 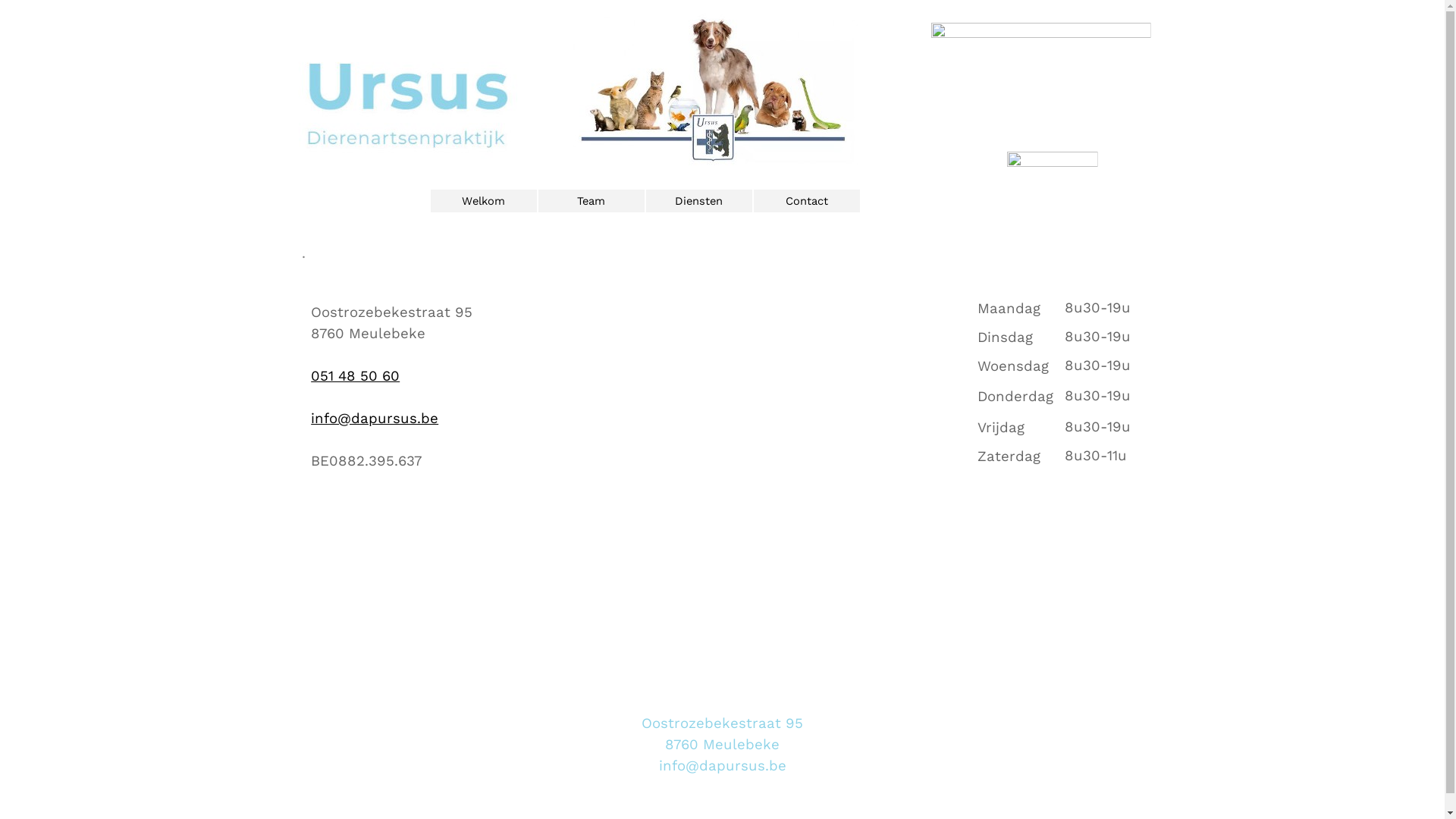 I want to click on 'Diensten', so click(x=698, y=200).